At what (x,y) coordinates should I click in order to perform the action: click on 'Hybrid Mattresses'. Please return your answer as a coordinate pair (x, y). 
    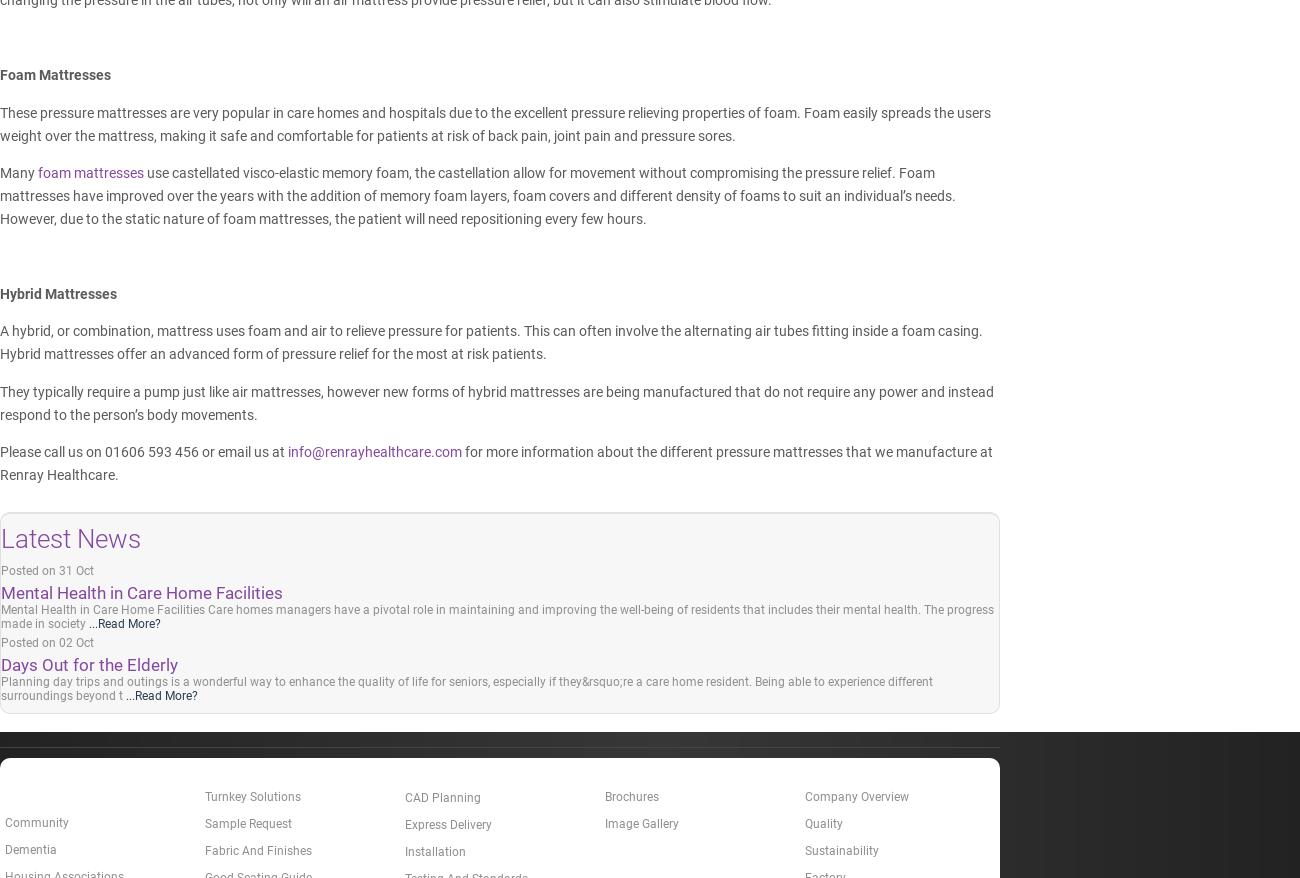
    Looking at the image, I should click on (58, 292).